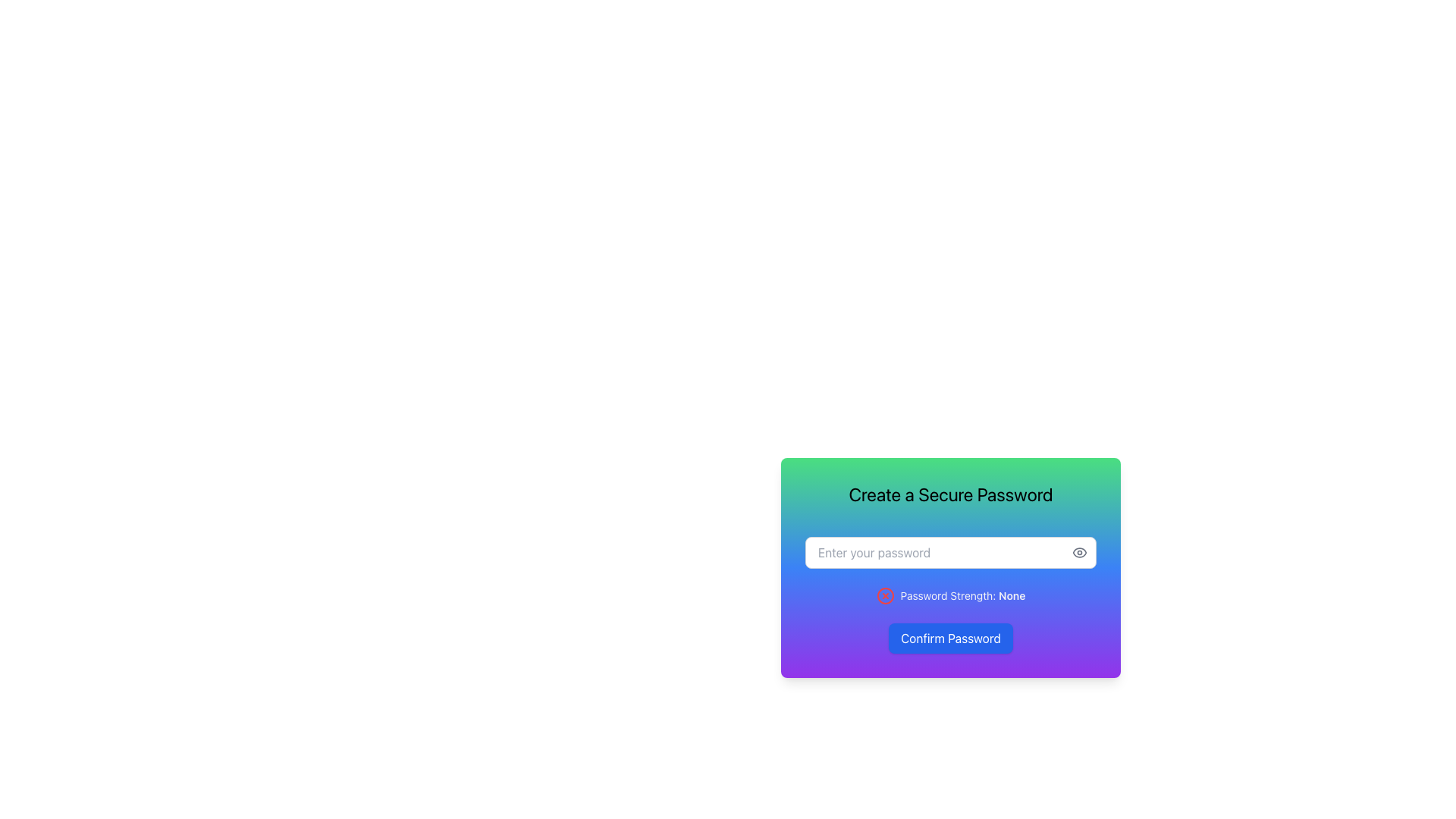  I want to click on the bold text label indicating 'None' within the password strength indicator, which is positioned to the right of 'Password Strength:', so click(1012, 595).